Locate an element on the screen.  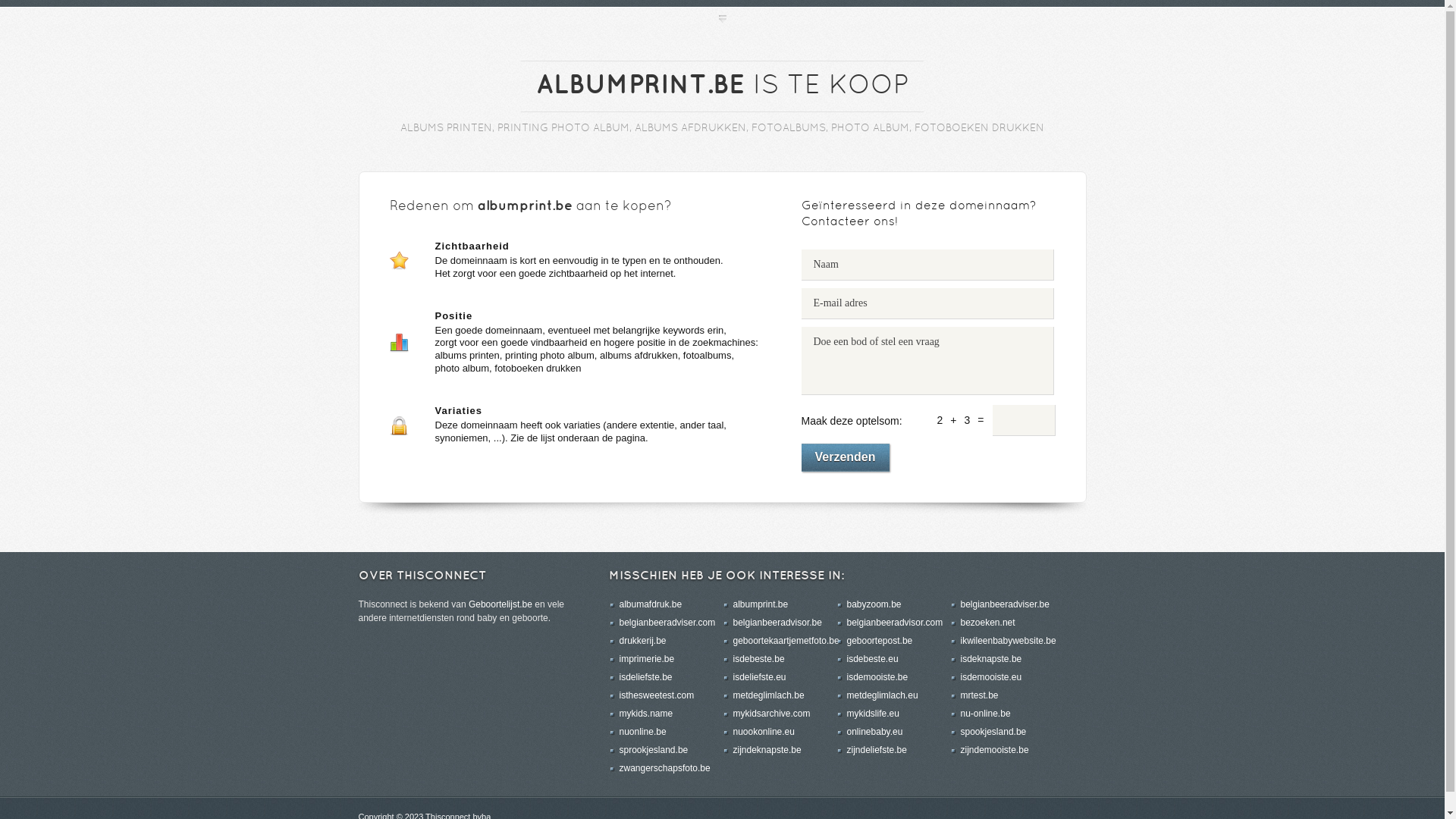
'nuookonline.eu' is located at coordinates (763, 730).